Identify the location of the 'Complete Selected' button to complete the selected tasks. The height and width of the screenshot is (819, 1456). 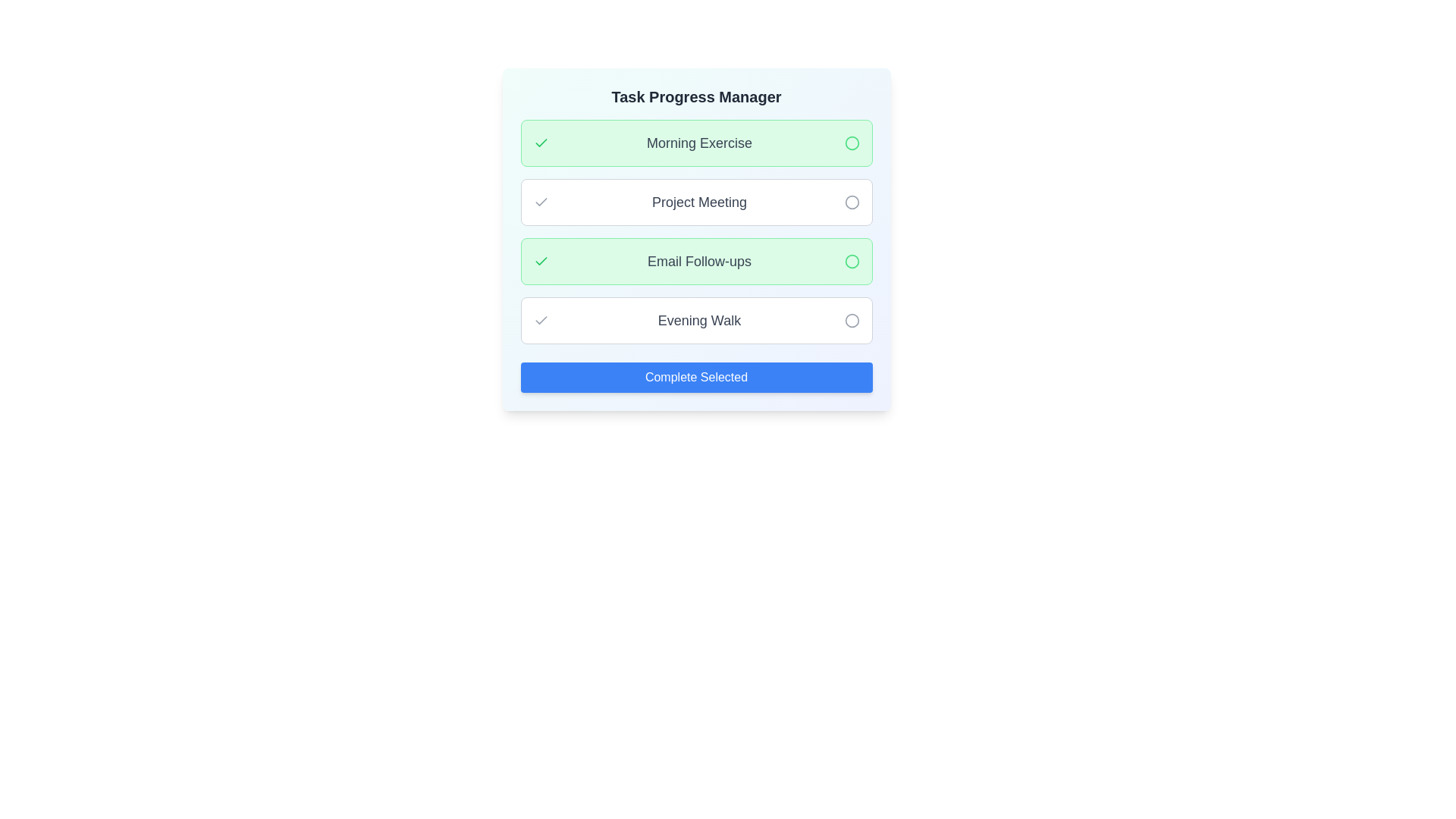
(695, 376).